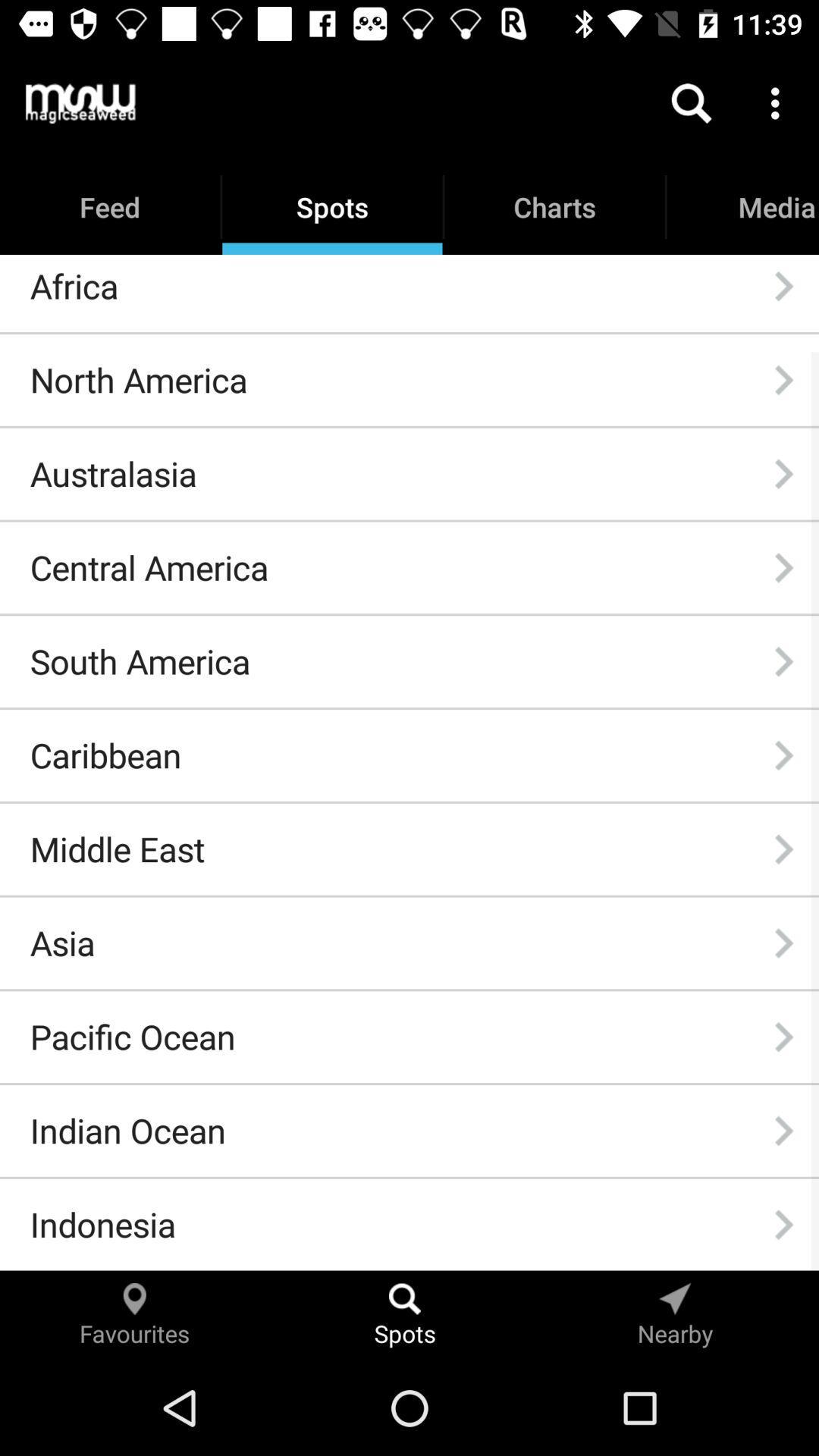 The height and width of the screenshot is (1456, 819). What do you see at coordinates (105, 755) in the screenshot?
I see `icon above the middle east` at bounding box center [105, 755].